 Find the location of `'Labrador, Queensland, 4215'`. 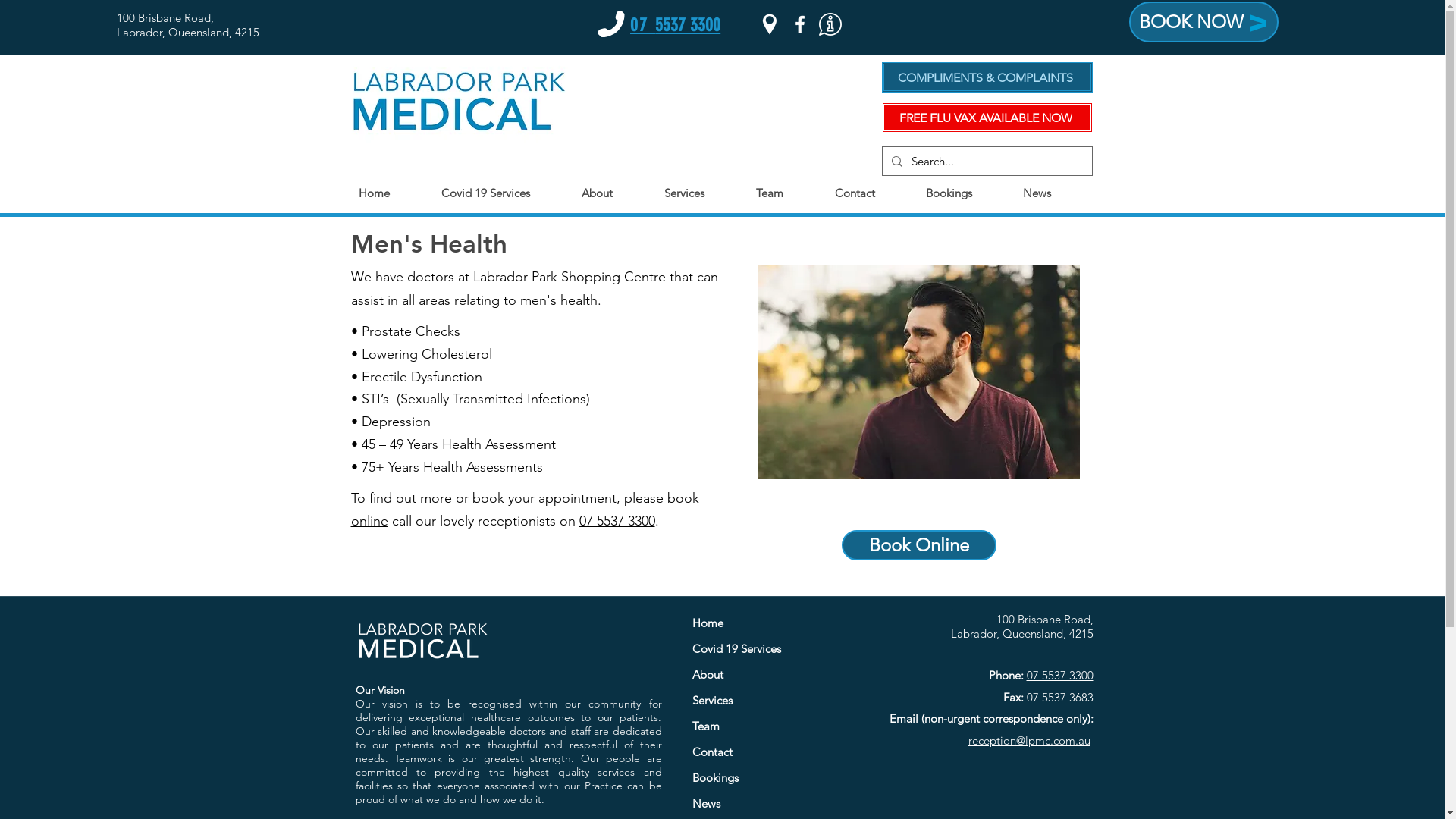

'Labrador, Queensland, 4215' is located at coordinates (187, 32).